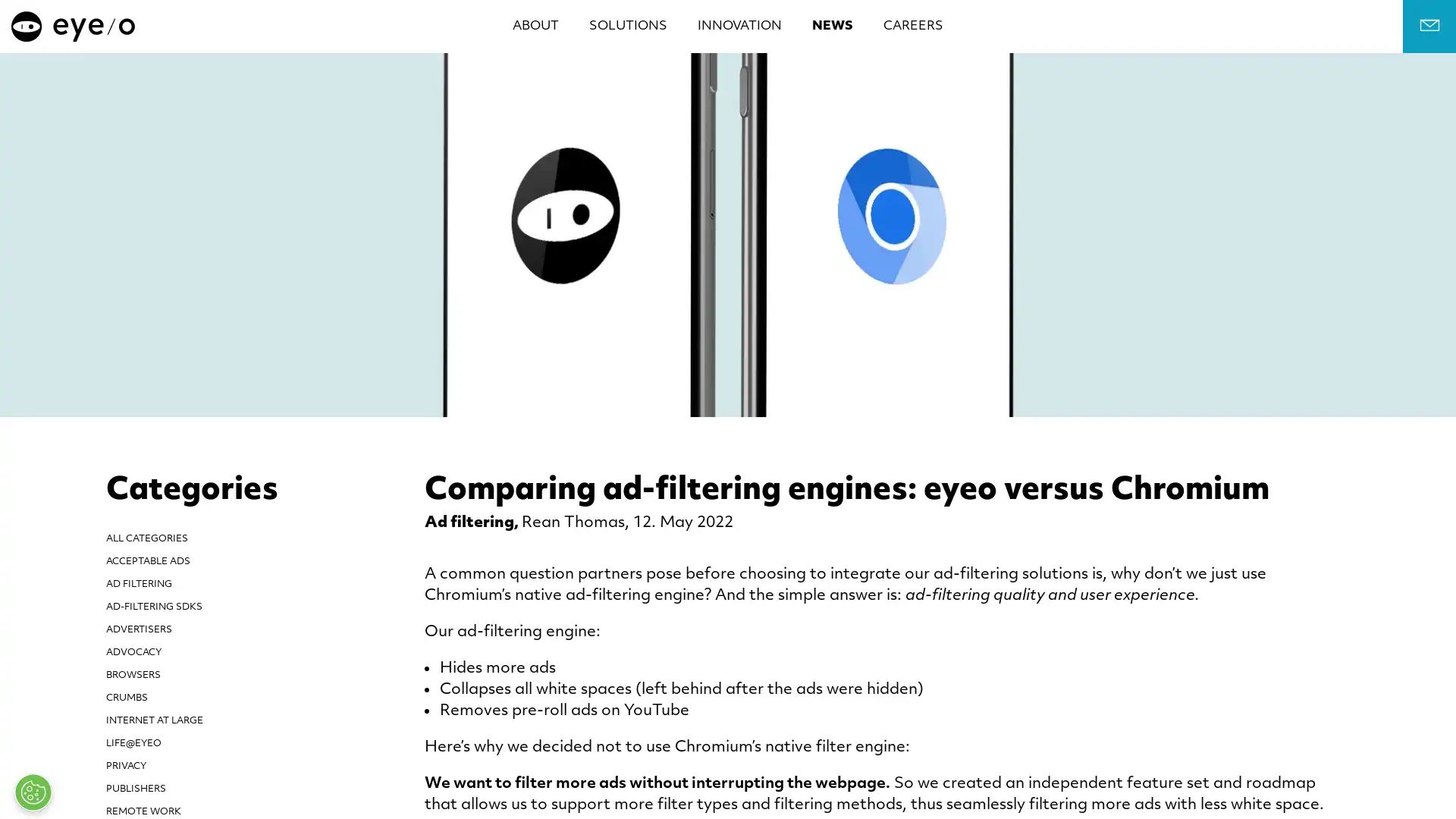 The image size is (1456, 819). Describe the element at coordinates (33, 792) in the screenshot. I see `Open Preferences` at that location.